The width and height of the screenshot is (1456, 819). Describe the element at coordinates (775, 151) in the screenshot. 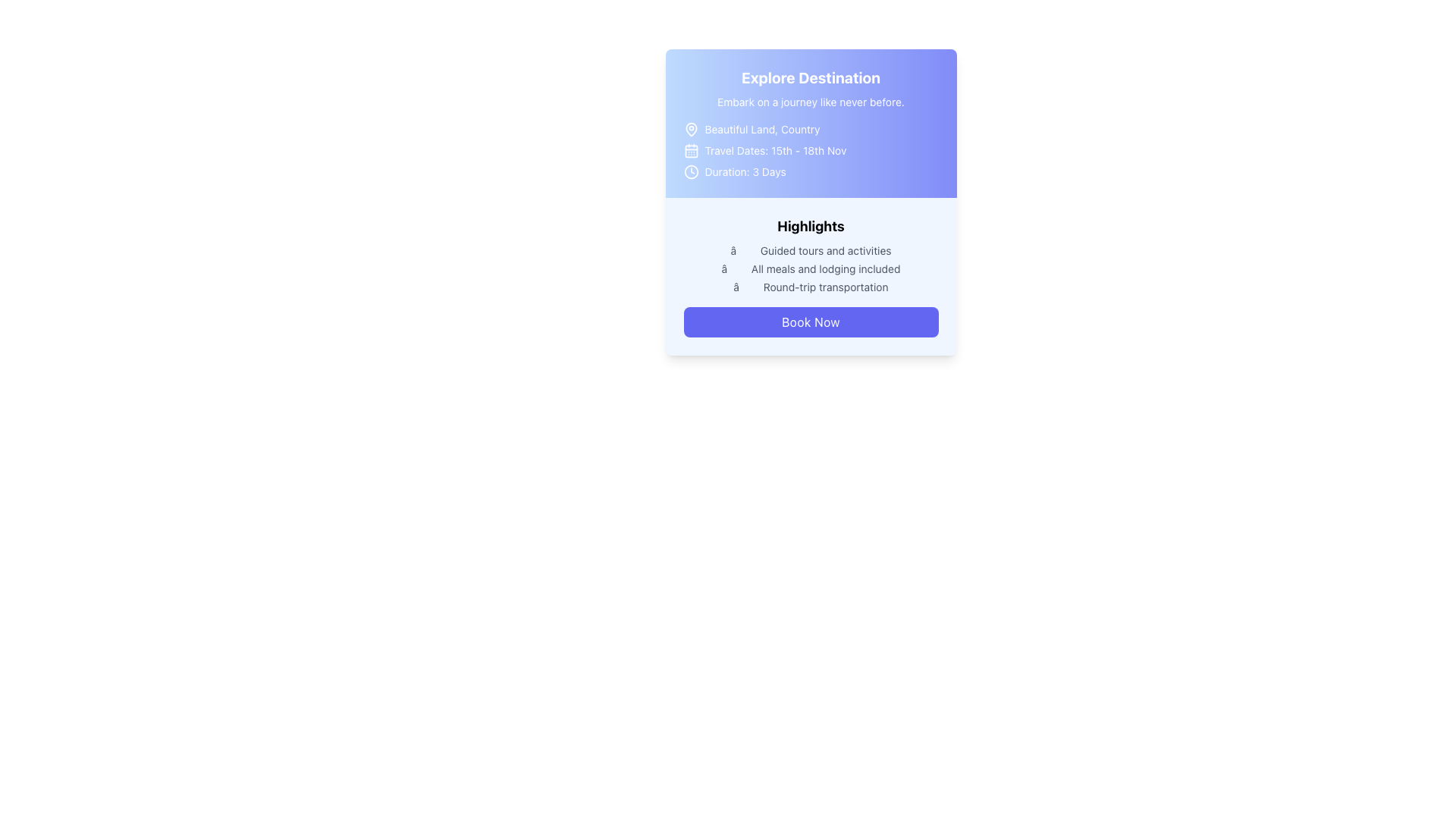

I see `the text component that displays 'Travel Dates: 15th - 18th Nov', which is the second item in a list structure under a heading` at that location.